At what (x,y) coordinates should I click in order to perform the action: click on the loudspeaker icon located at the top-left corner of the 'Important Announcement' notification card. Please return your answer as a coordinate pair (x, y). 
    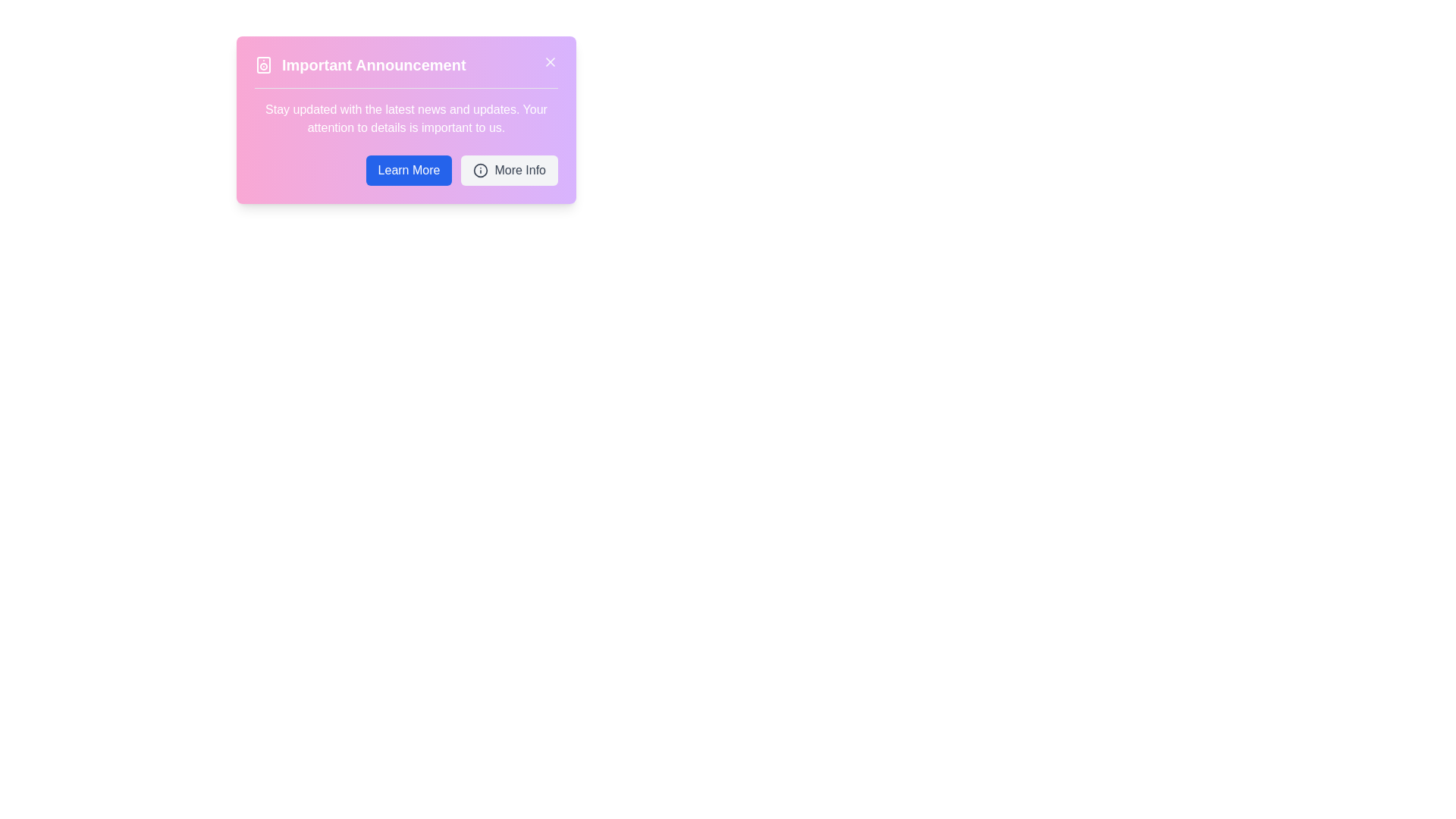
    Looking at the image, I should click on (263, 64).